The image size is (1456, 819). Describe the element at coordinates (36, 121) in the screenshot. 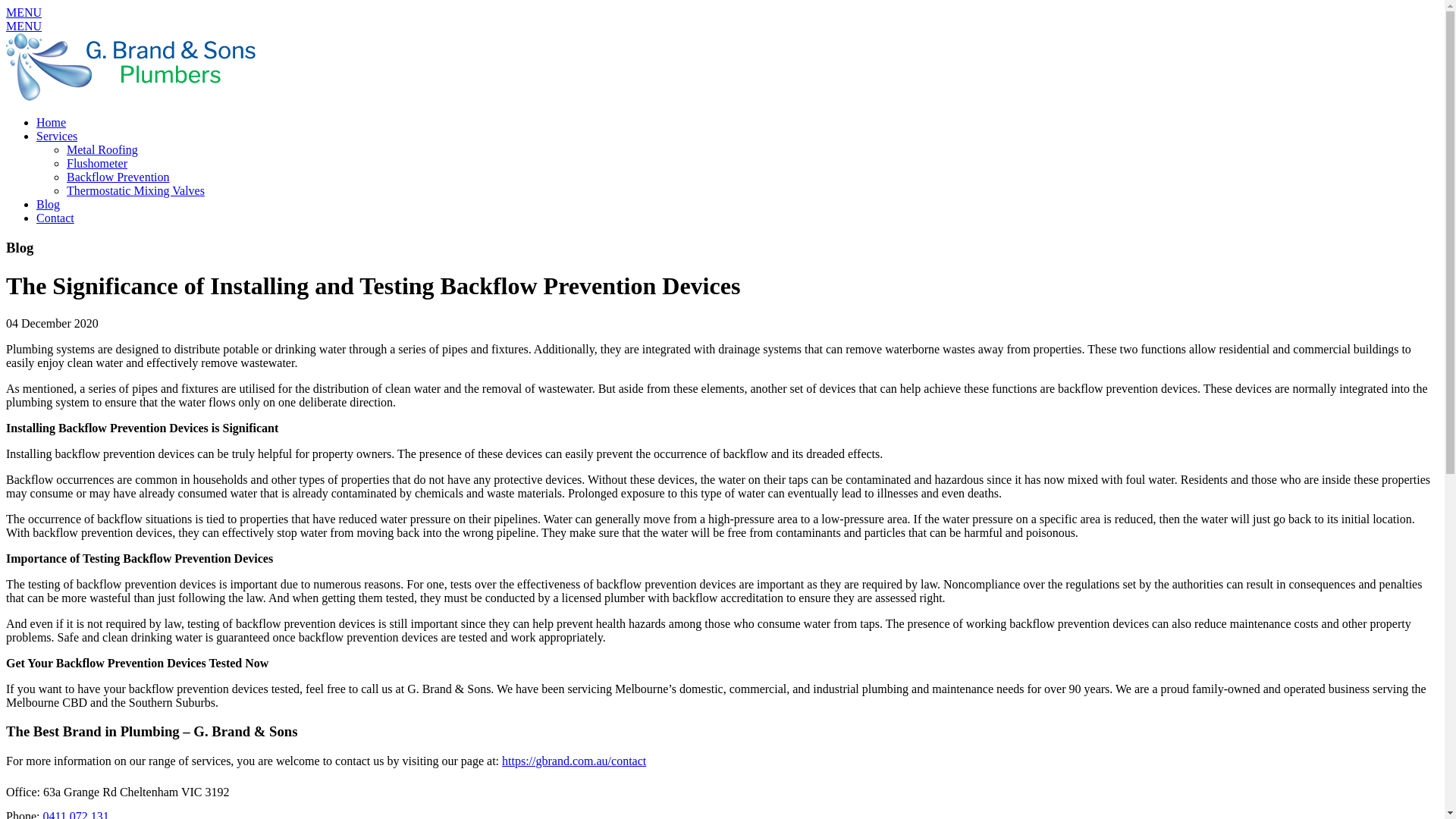

I see `'Home'` at that location.